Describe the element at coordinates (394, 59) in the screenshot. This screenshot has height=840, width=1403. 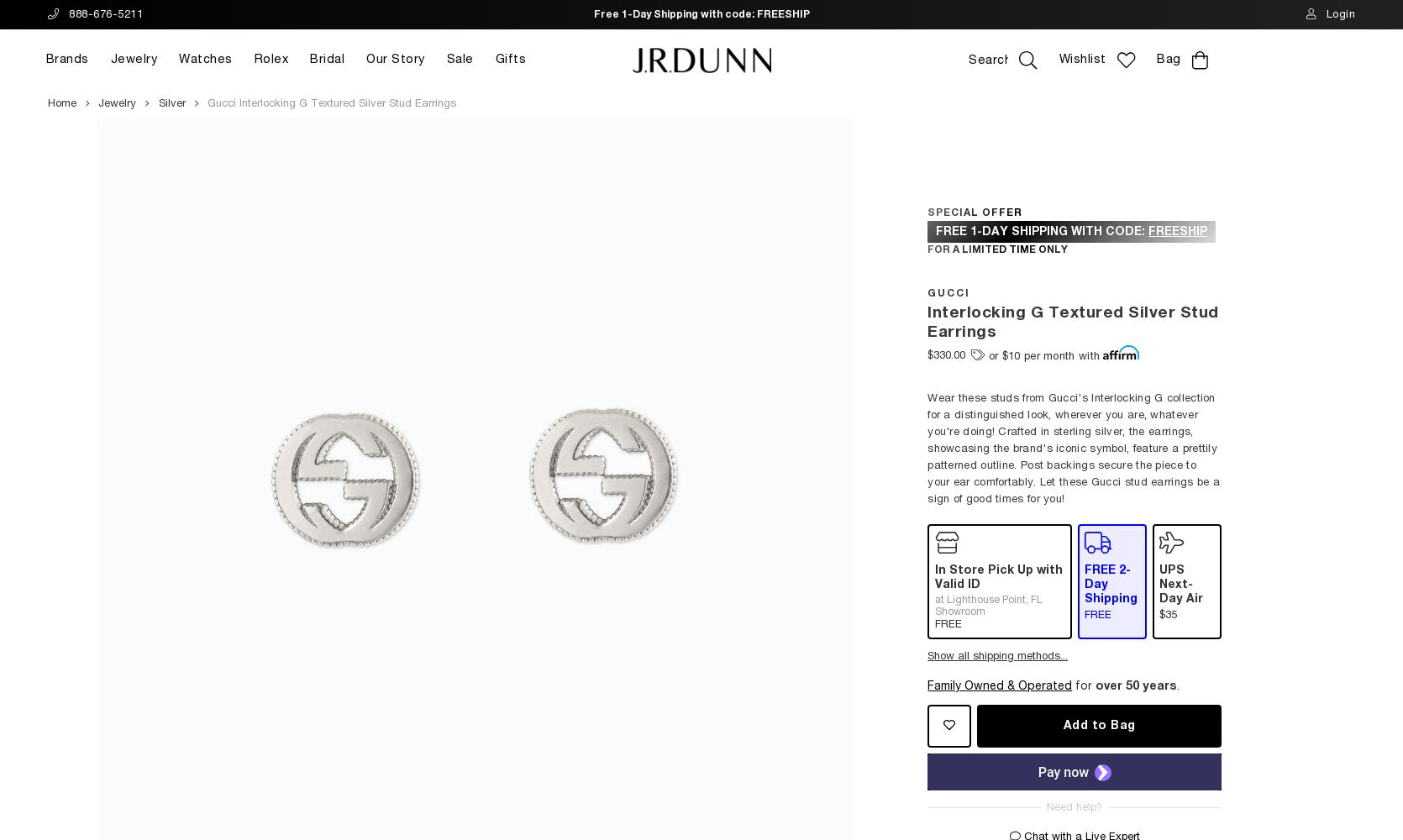
I see `'Our Story'` at that location.